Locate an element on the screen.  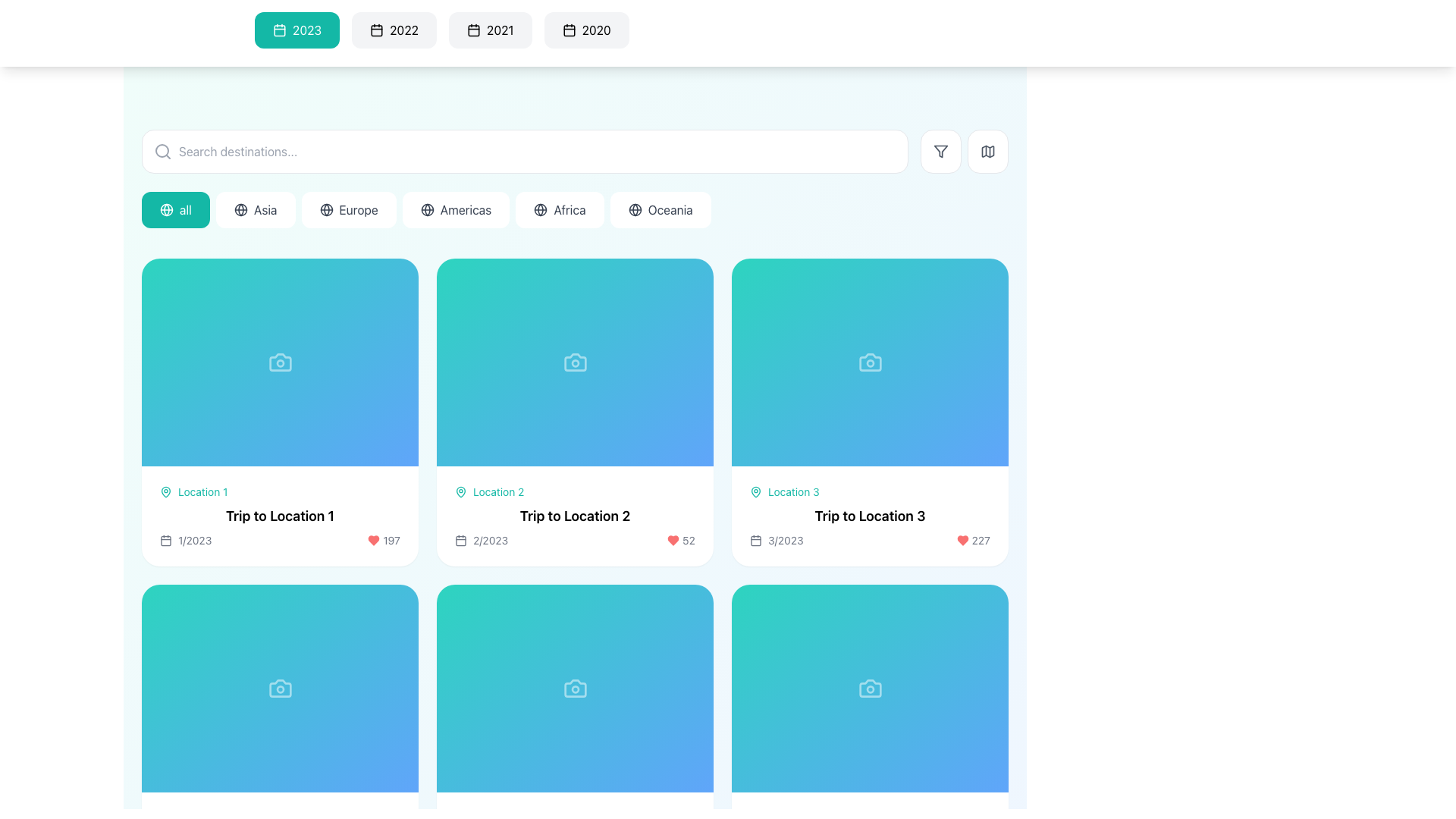
attributes of the rounded rectangular button with a teal background and white text reading 'all', which is the first button in a series located below the search bar is located at coordinates (175, 210).